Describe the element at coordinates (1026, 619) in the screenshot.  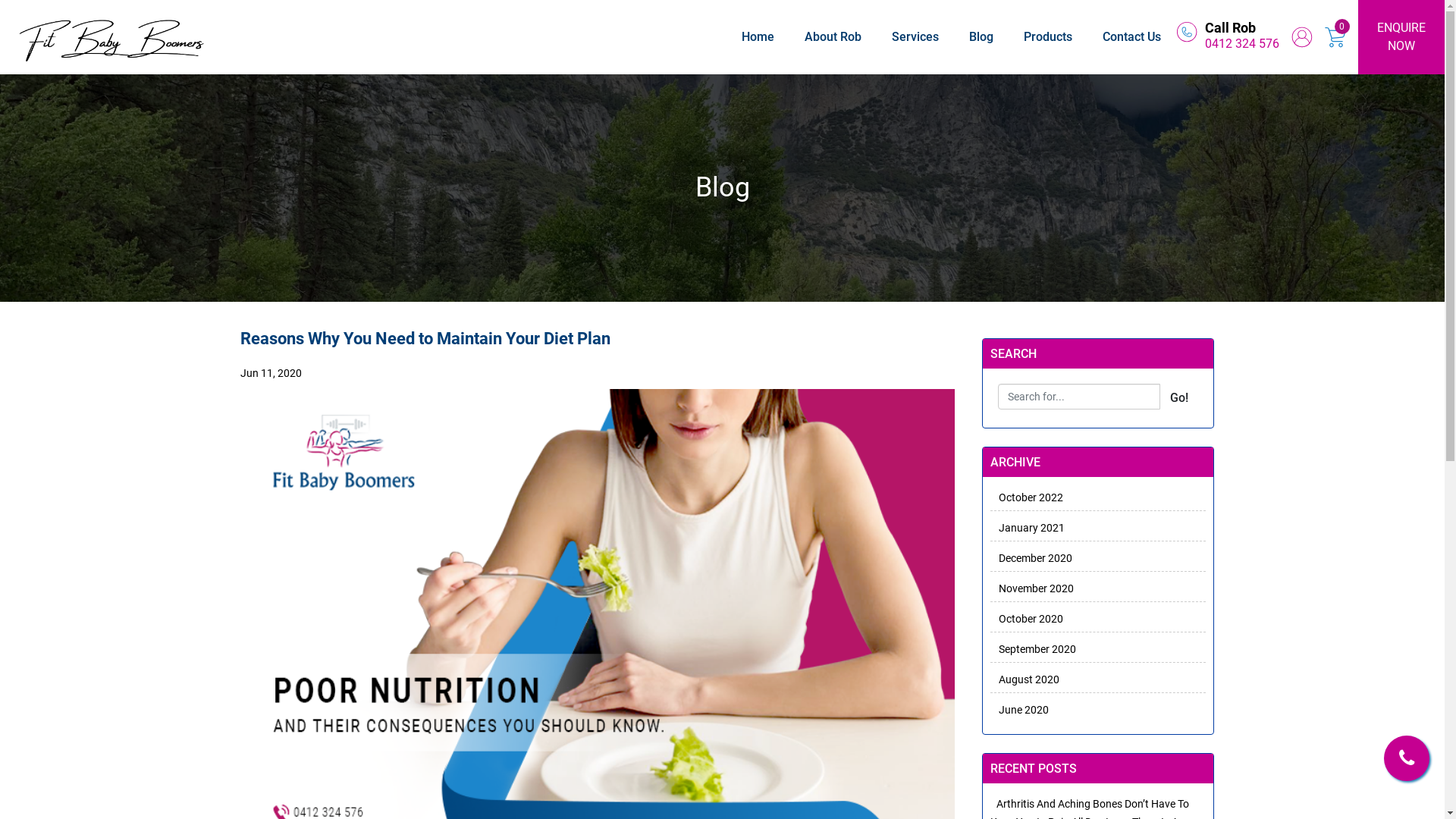
I see `'October 2020'` at that location.